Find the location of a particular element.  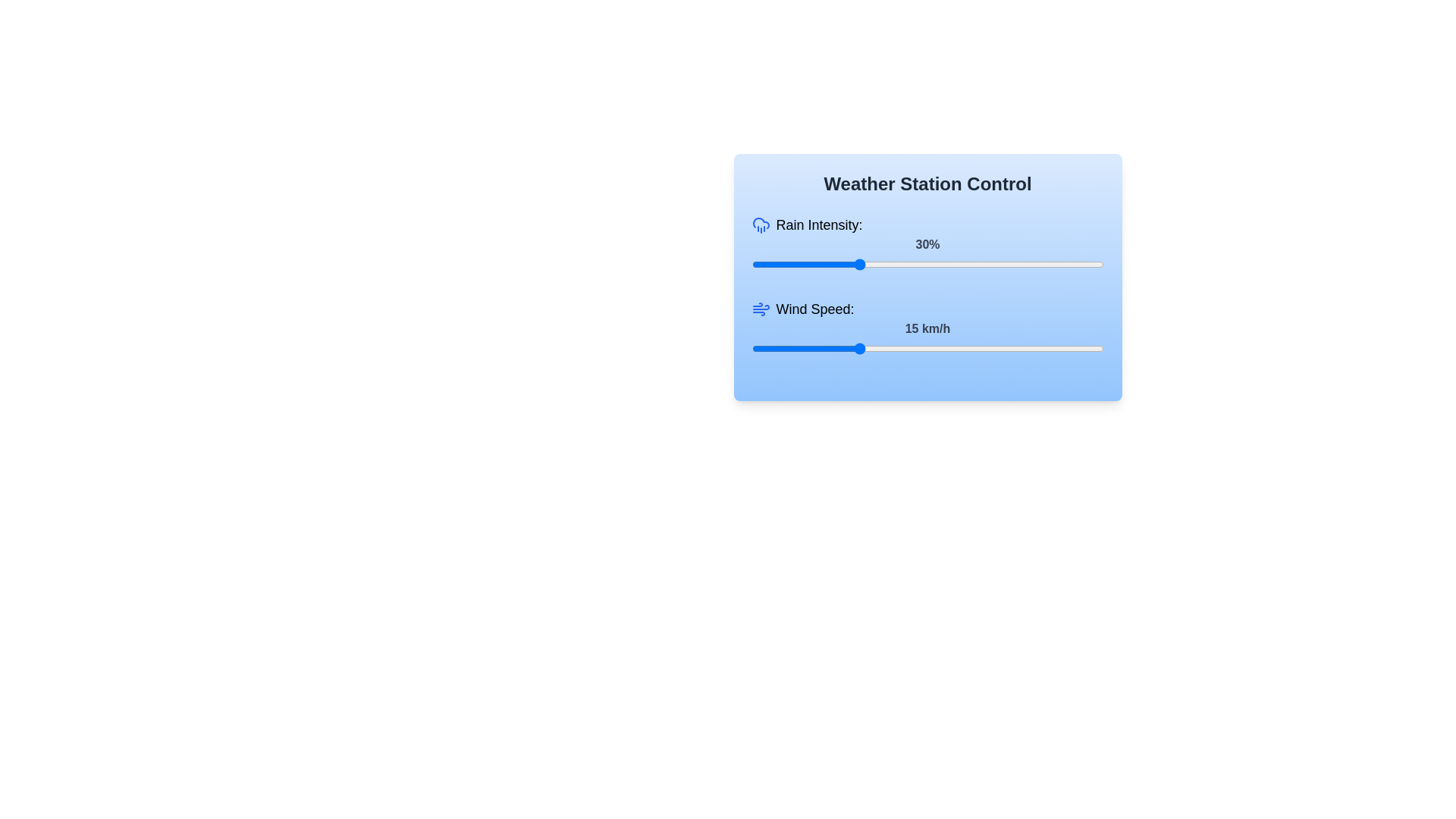

the rain intensity slider to 99% is located at coordinates (1100, 263).